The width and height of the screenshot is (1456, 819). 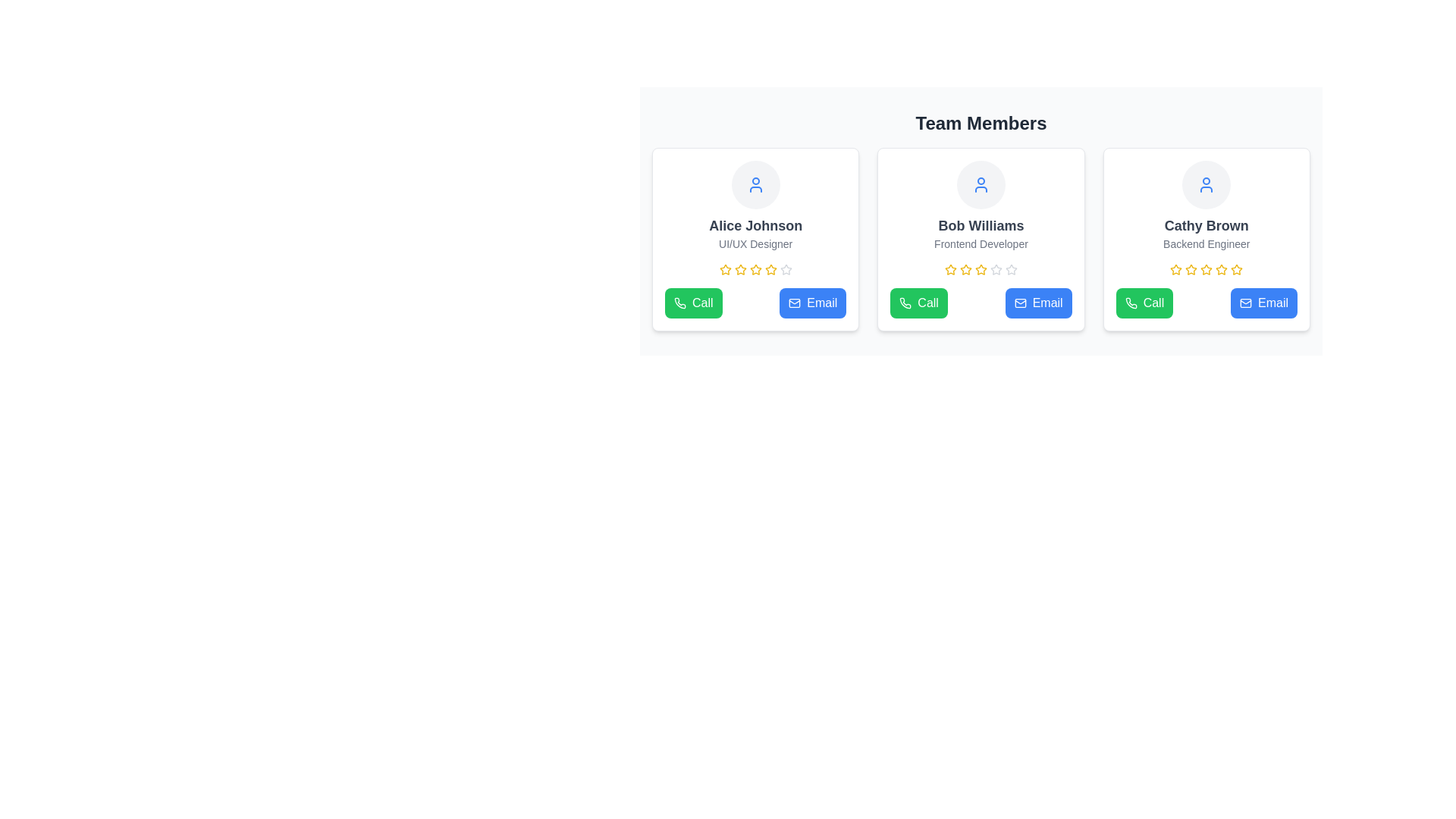 I want to click on the fourth yellow star icon in the rating display for Cathy Brown's profile card, so click(x=1206, y=268).